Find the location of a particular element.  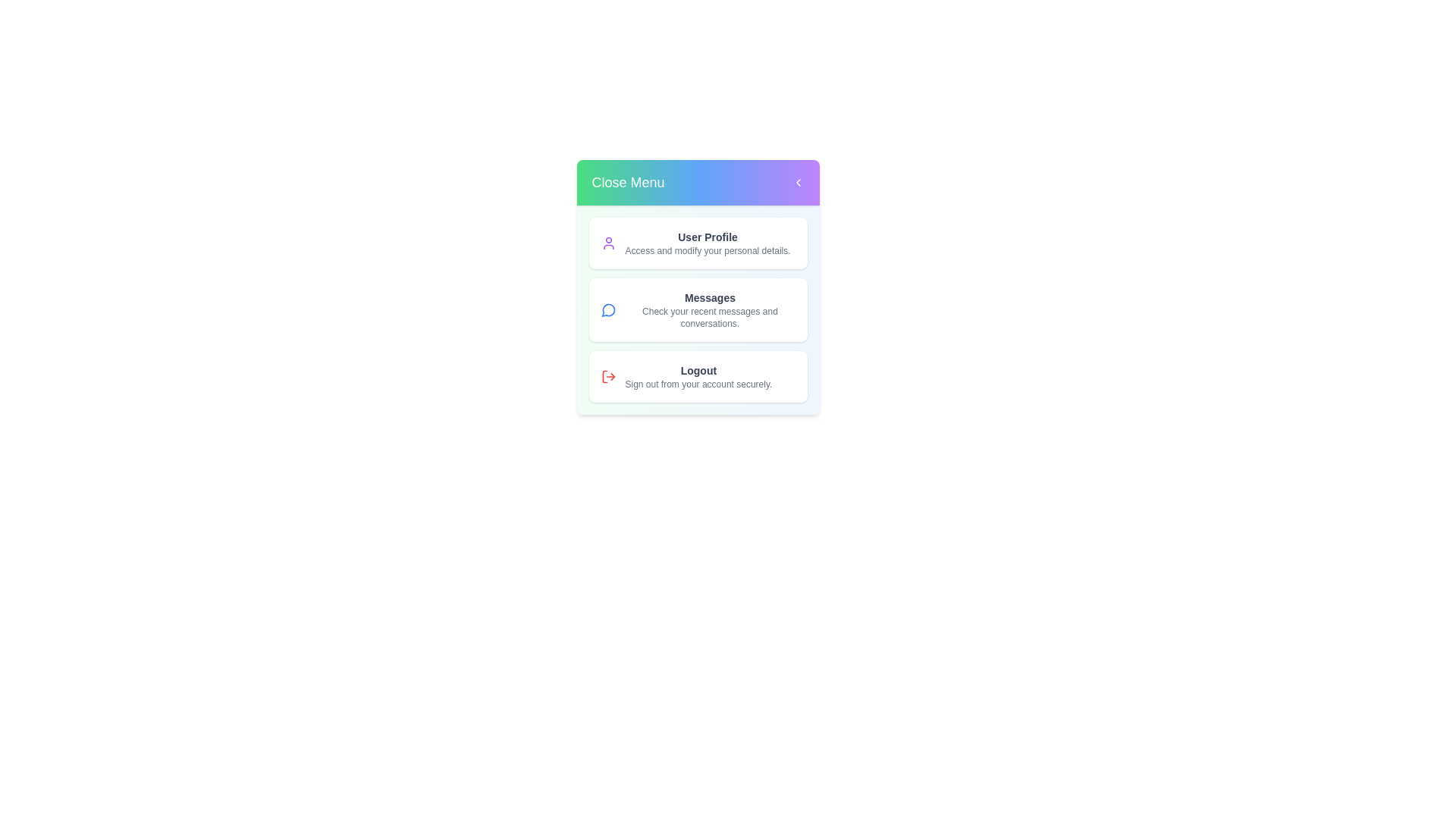

the menu item labeled 'Logout' to read its details is located at coordinates (697, 376).